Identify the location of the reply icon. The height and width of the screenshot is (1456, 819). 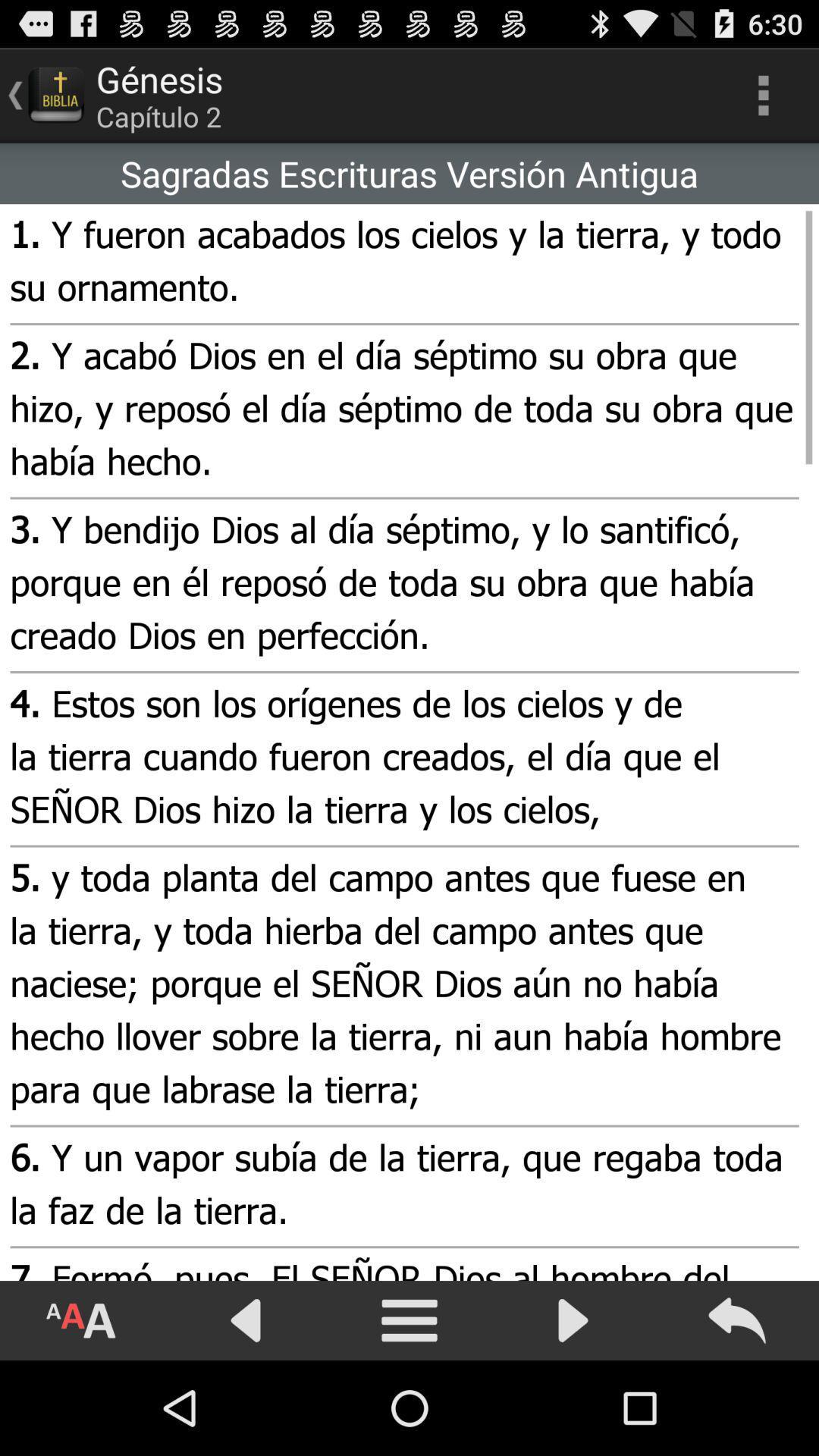
(736, 1412).